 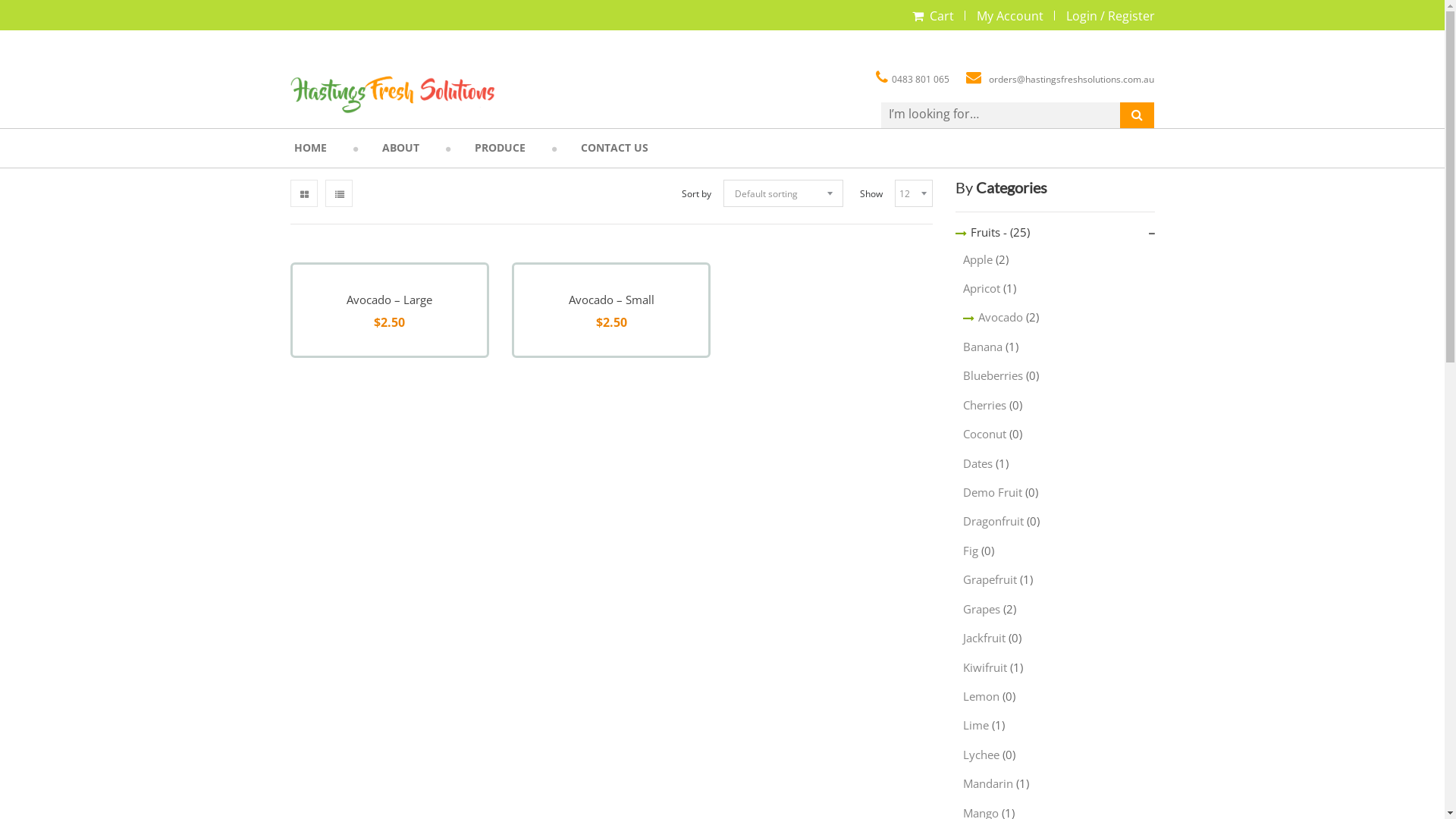 What do you see at coordinates (971, 550) in the screenshot?
I see `'Fig'` at bounding box center [971, 550].